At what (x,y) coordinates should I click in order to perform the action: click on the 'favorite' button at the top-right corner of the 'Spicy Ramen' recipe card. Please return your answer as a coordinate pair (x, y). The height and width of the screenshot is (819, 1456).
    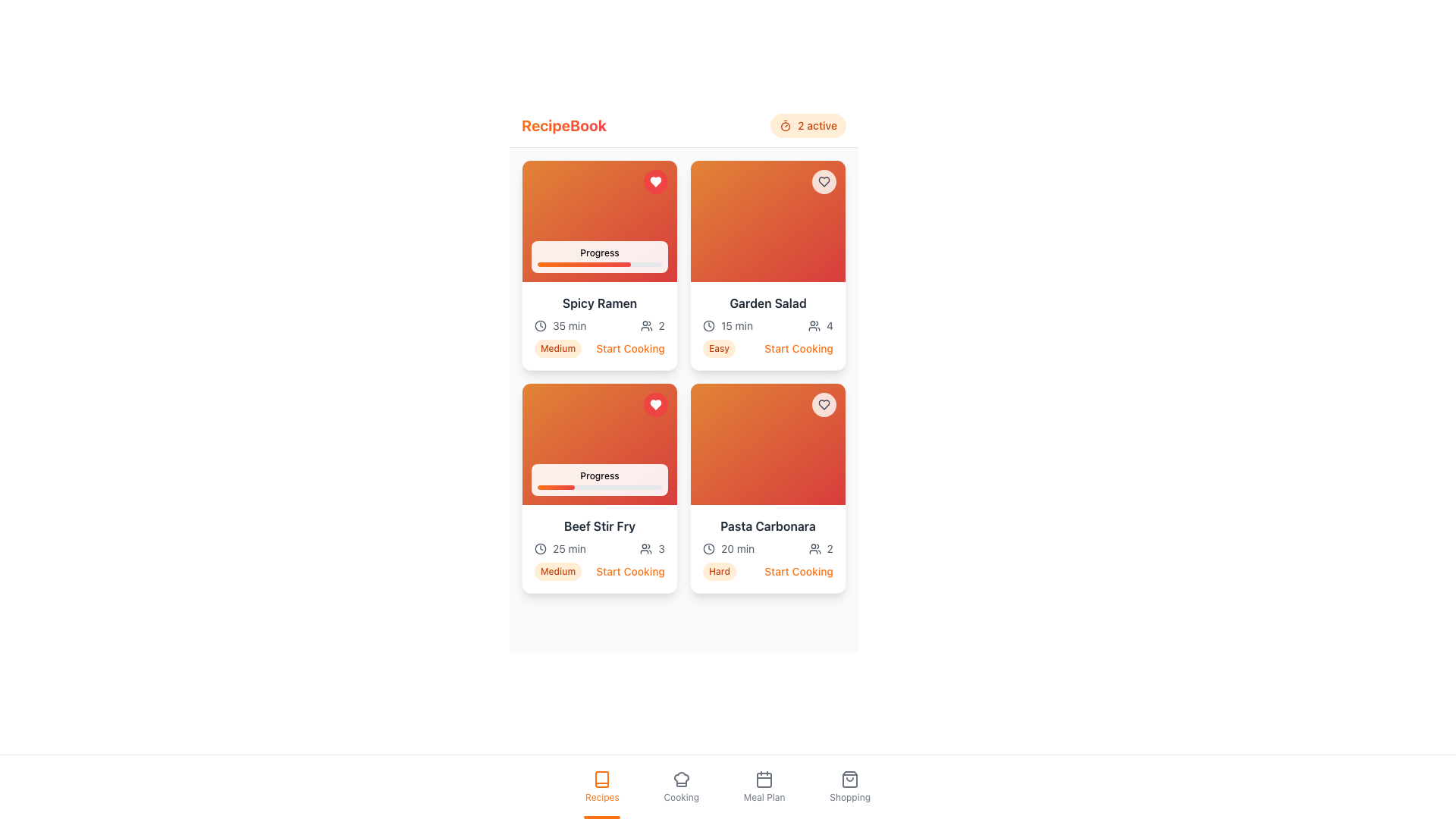
    Looking at the image, I should click on (655, 180).